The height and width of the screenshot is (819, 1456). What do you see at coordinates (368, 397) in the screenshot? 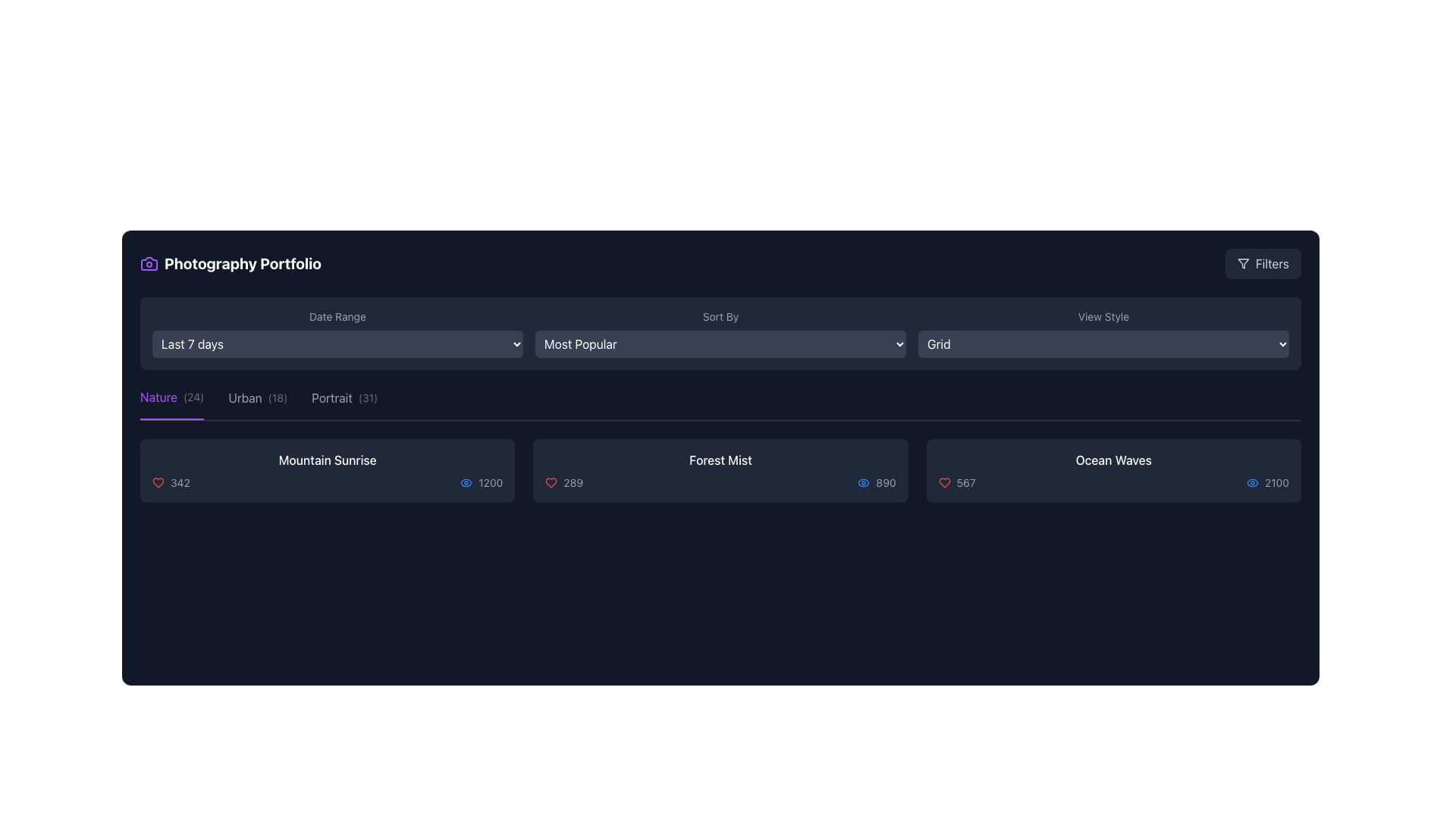
I see `the Text label that indicates the number of items available in the 'Portrait' category, located to the right of the 'Portrait' label` at bounding box center [368, 397].